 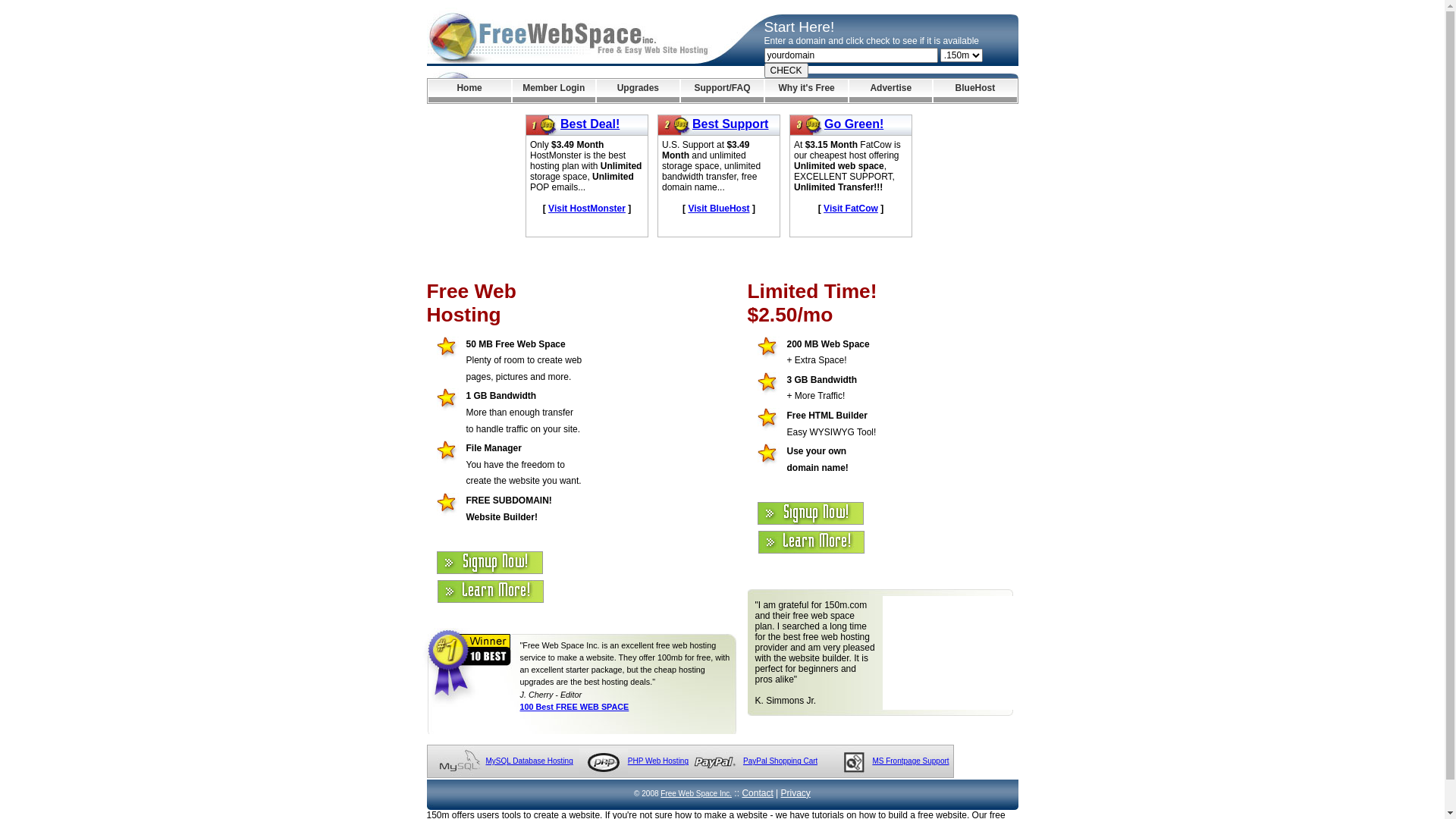 I want to click on 'MySQL Database Hosting', so click(x=529, y=761).